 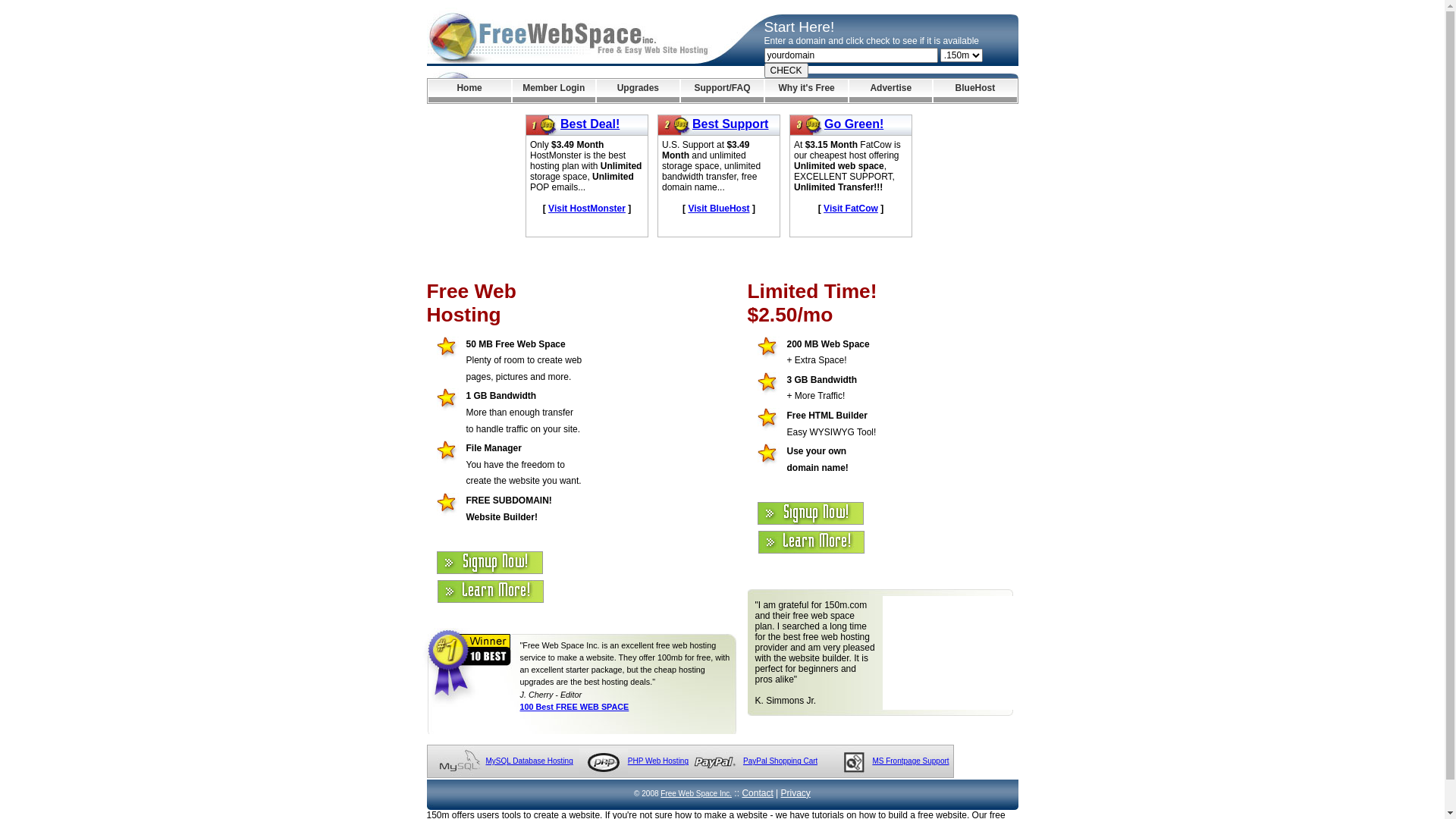 I want to click on 'MySQL Database Hosting', so click(x=529, y=761).